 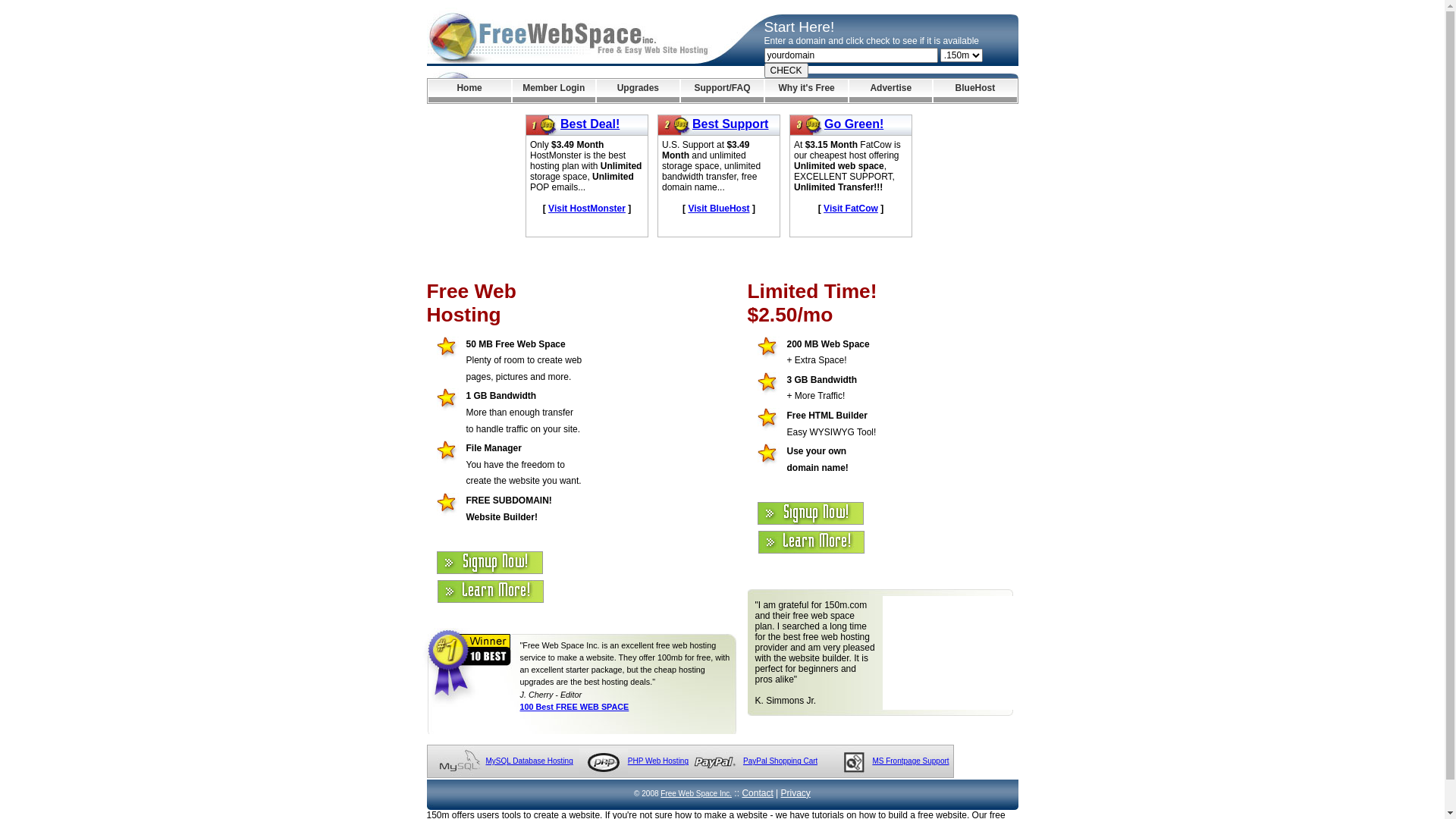 I want to click on 'MySQL Database Hosting', so click(x=529, y=761).